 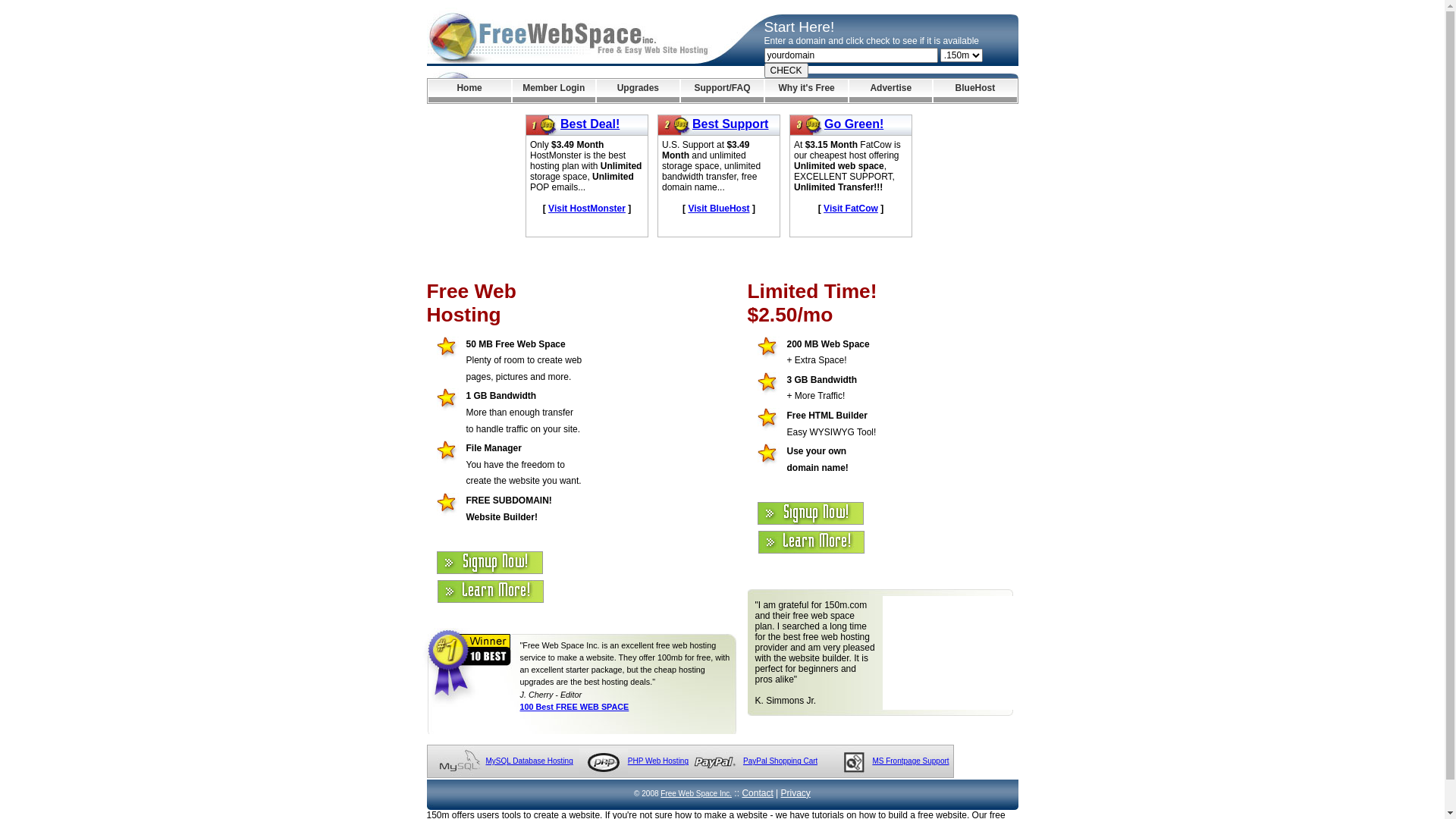 I want to click on 'MySQL Database Hosting', so click(x=529, y=761).